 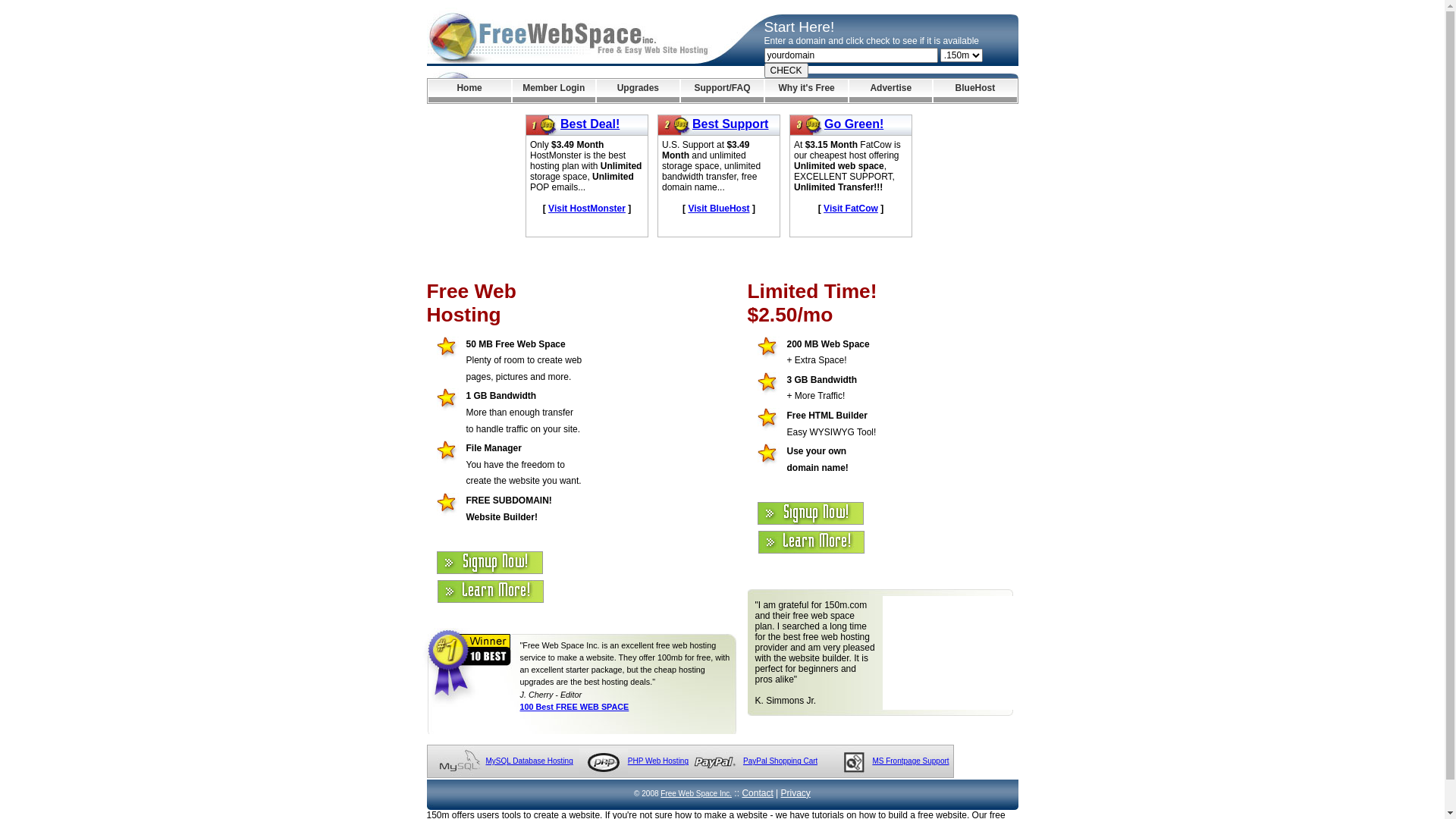 I want to click on 'MySQL Database Hosting', so click(x=529, y=761).